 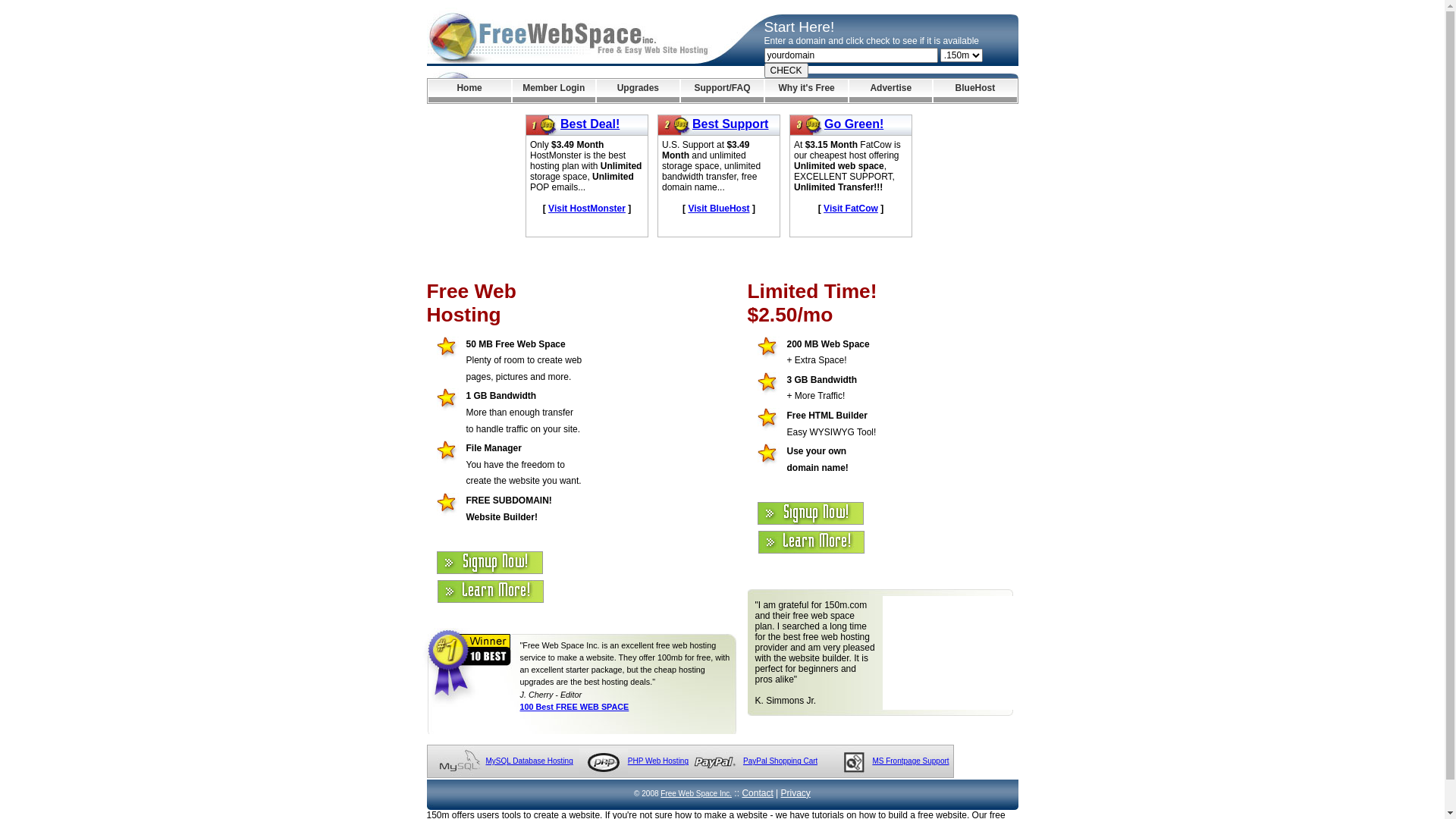 I want to click on 'MySQL Database Hosting', so click(x=529, y=761).